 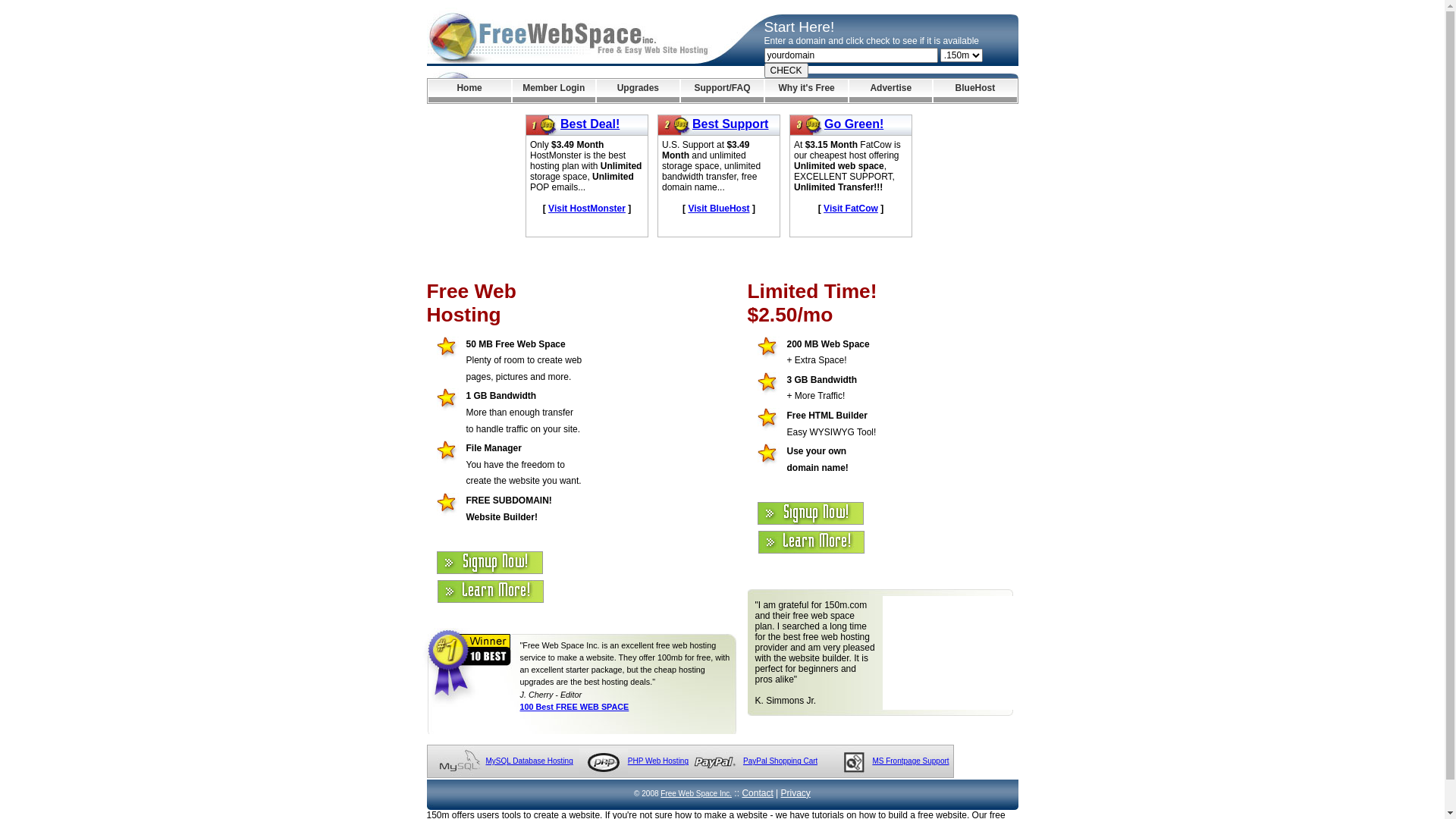 I want to click on 'MySQL Database Hosting', so click(x=529, y=761).